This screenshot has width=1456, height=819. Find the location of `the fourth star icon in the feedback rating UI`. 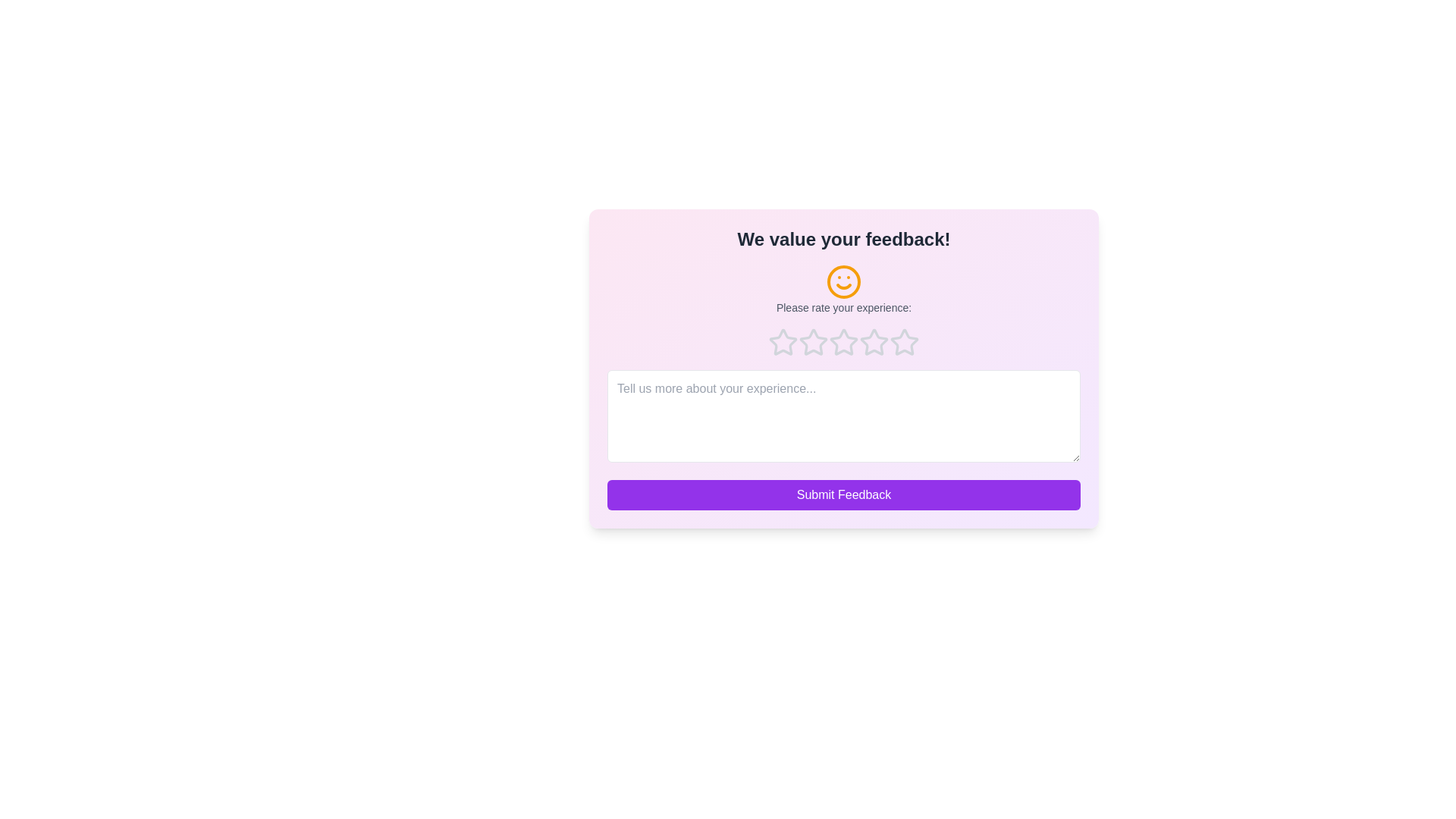

the fourth star icon in the feedback rating UI is located at coordinates (874, 342).